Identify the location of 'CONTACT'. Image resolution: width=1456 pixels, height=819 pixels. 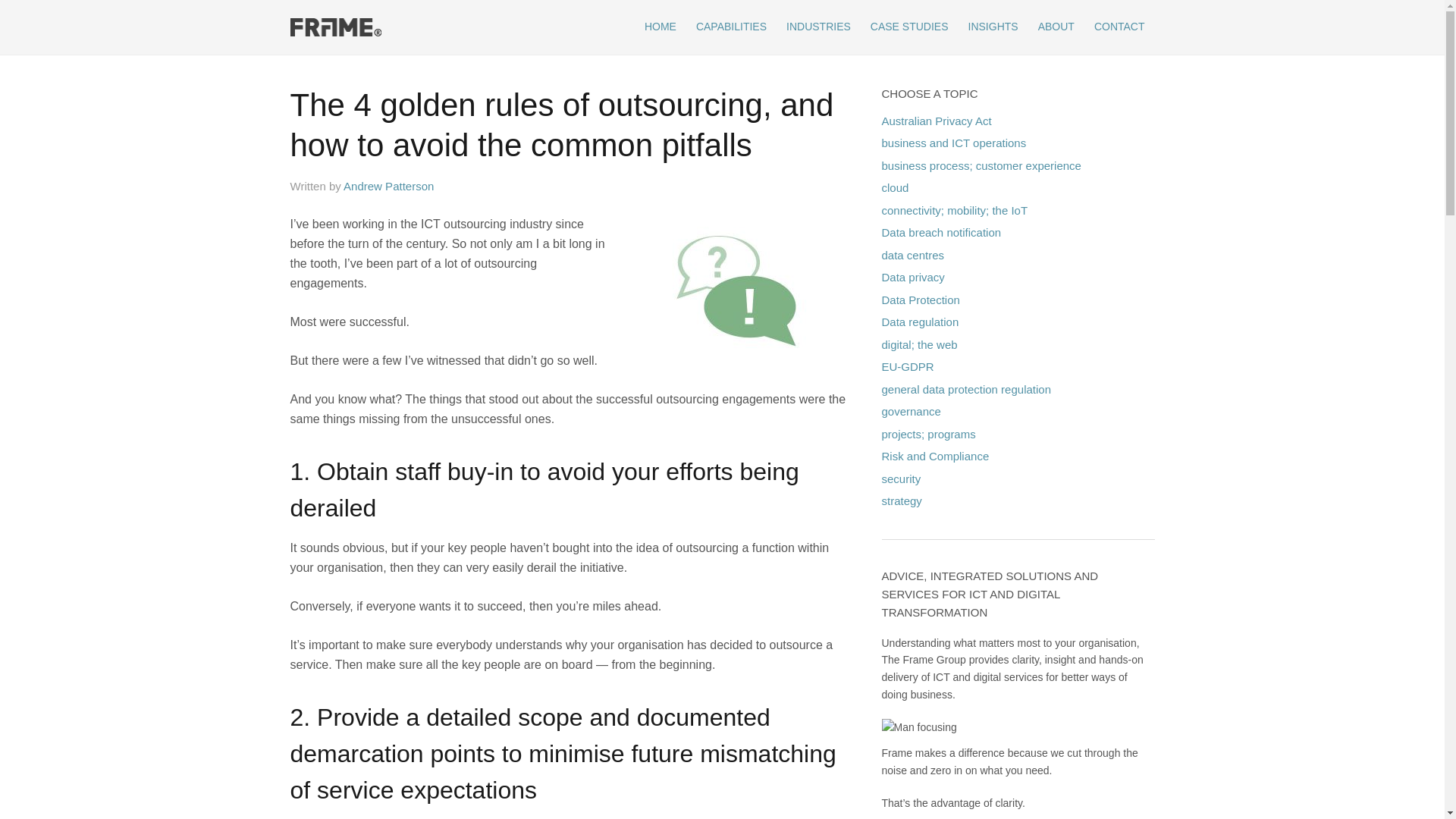
(1119, 26).